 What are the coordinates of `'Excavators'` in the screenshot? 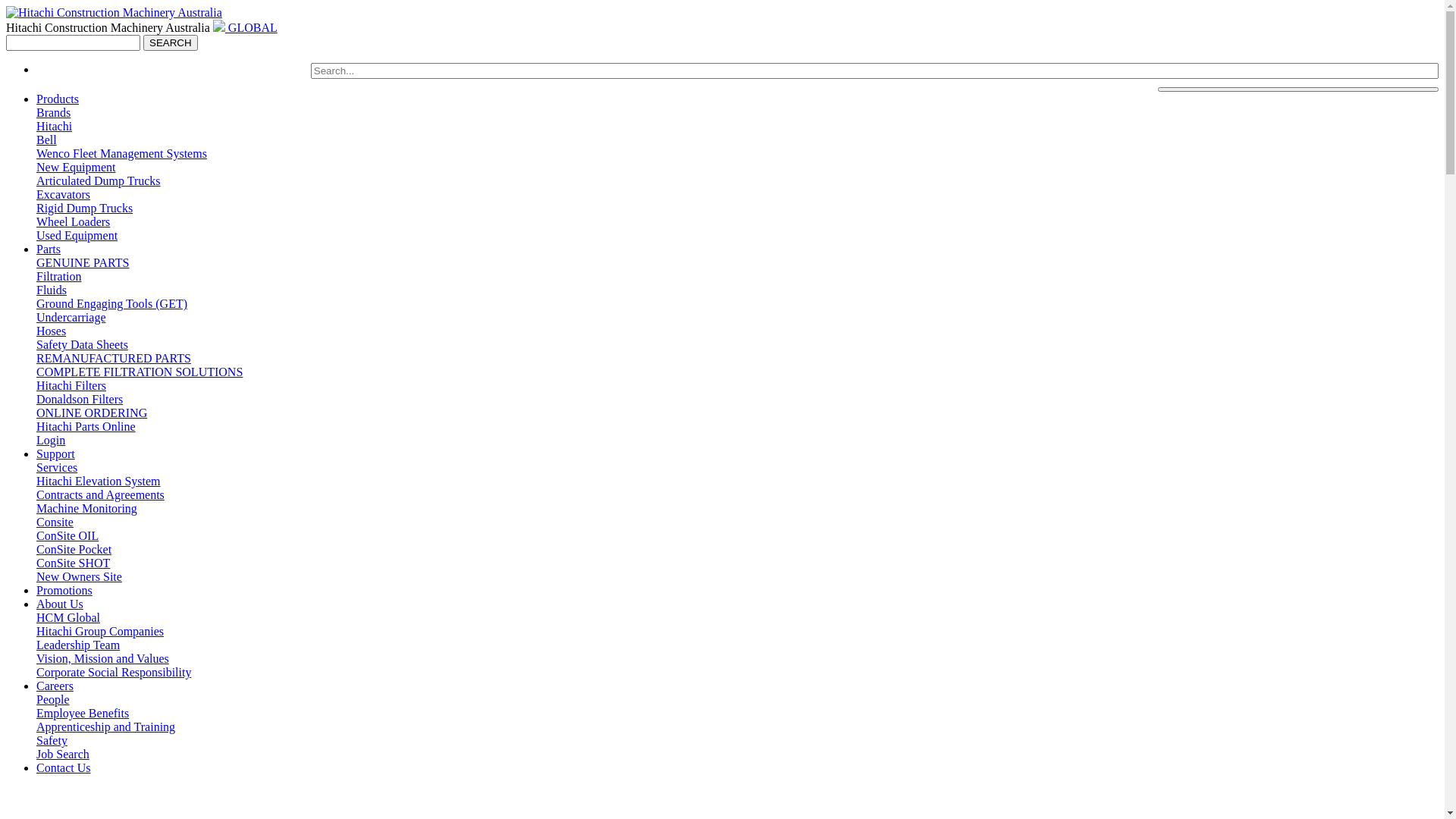 It's located at (36, 193).